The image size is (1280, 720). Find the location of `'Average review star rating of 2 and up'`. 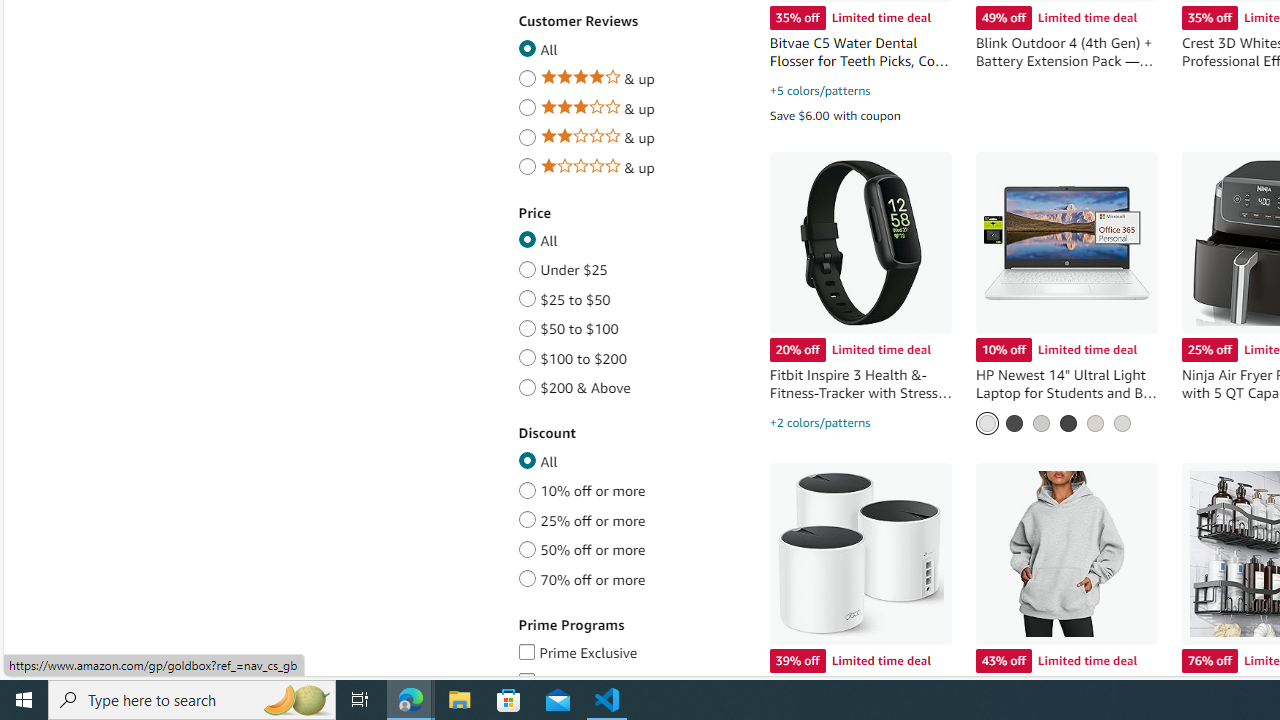

'Average review star rating of 2 and up' is located at coordinates (527, 134).